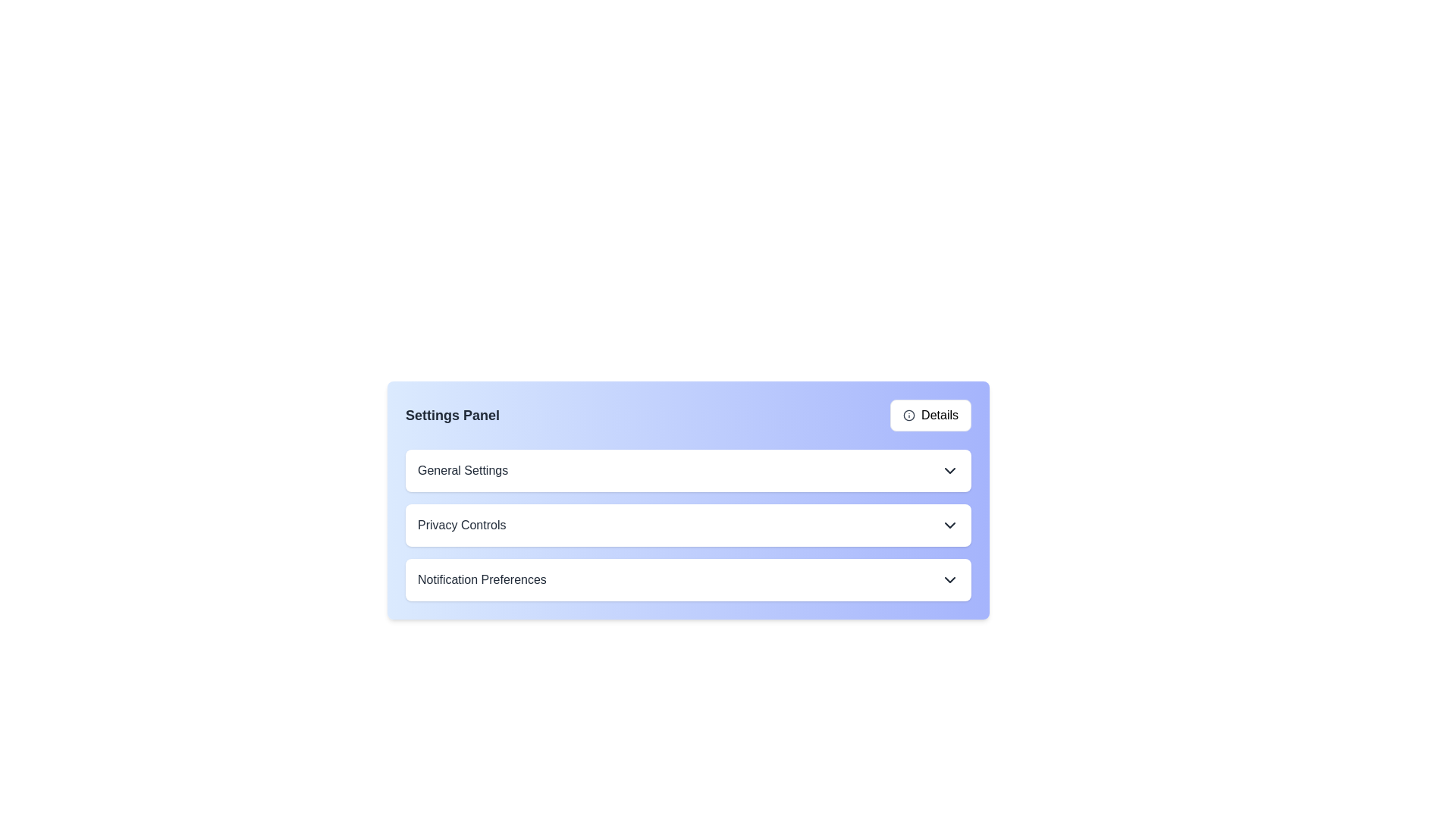  Describe the element at coordinates (909, 415) in the screenshot. I see `the surrounding icon that contains the decorative circle in the top-right corner of the settings panel, next to the 'Details' label` at that location.